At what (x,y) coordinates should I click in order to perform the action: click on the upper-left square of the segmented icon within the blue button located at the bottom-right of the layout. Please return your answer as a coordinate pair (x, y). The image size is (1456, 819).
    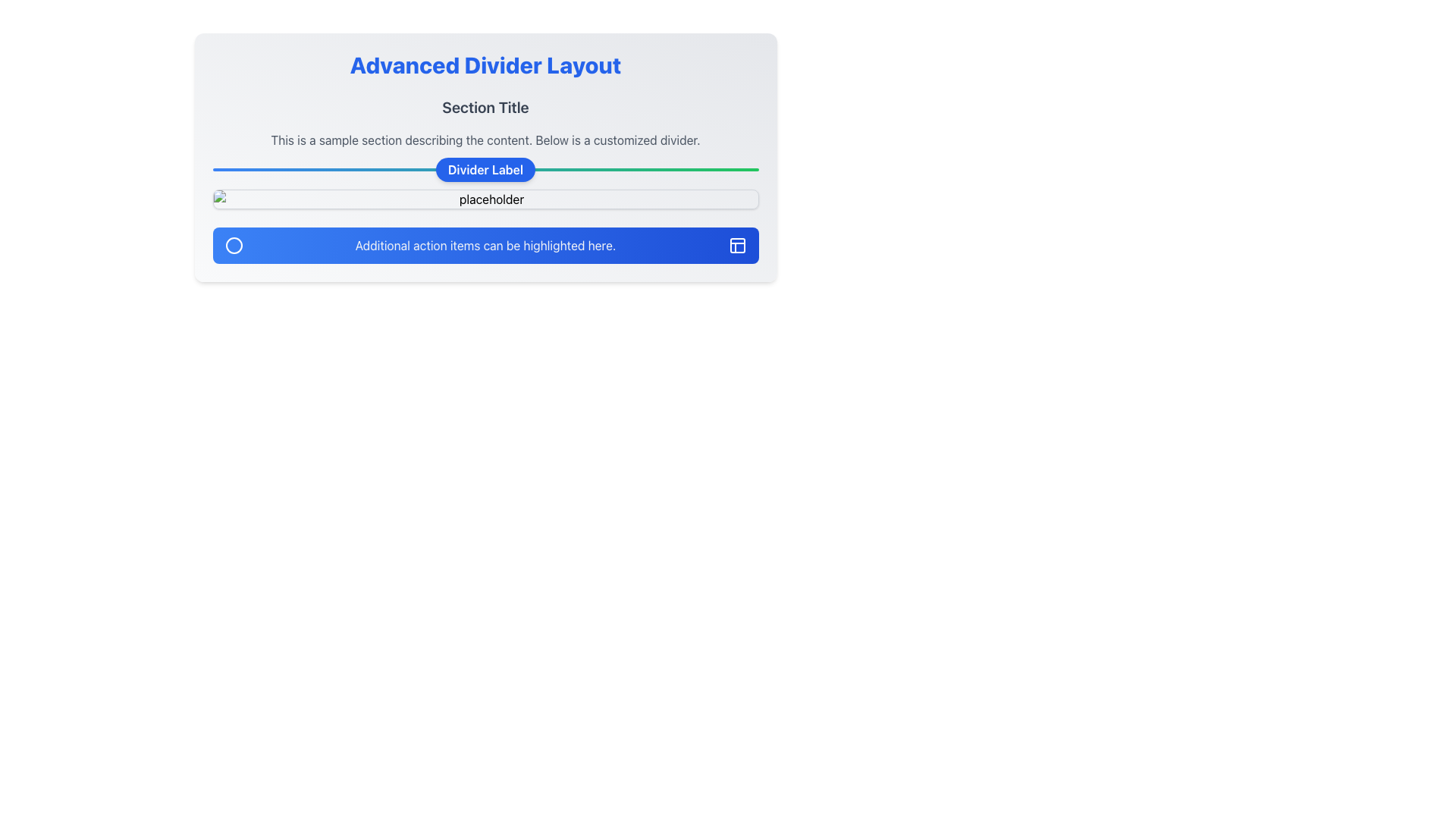
    Looking at the image, I should click on (737, 245).